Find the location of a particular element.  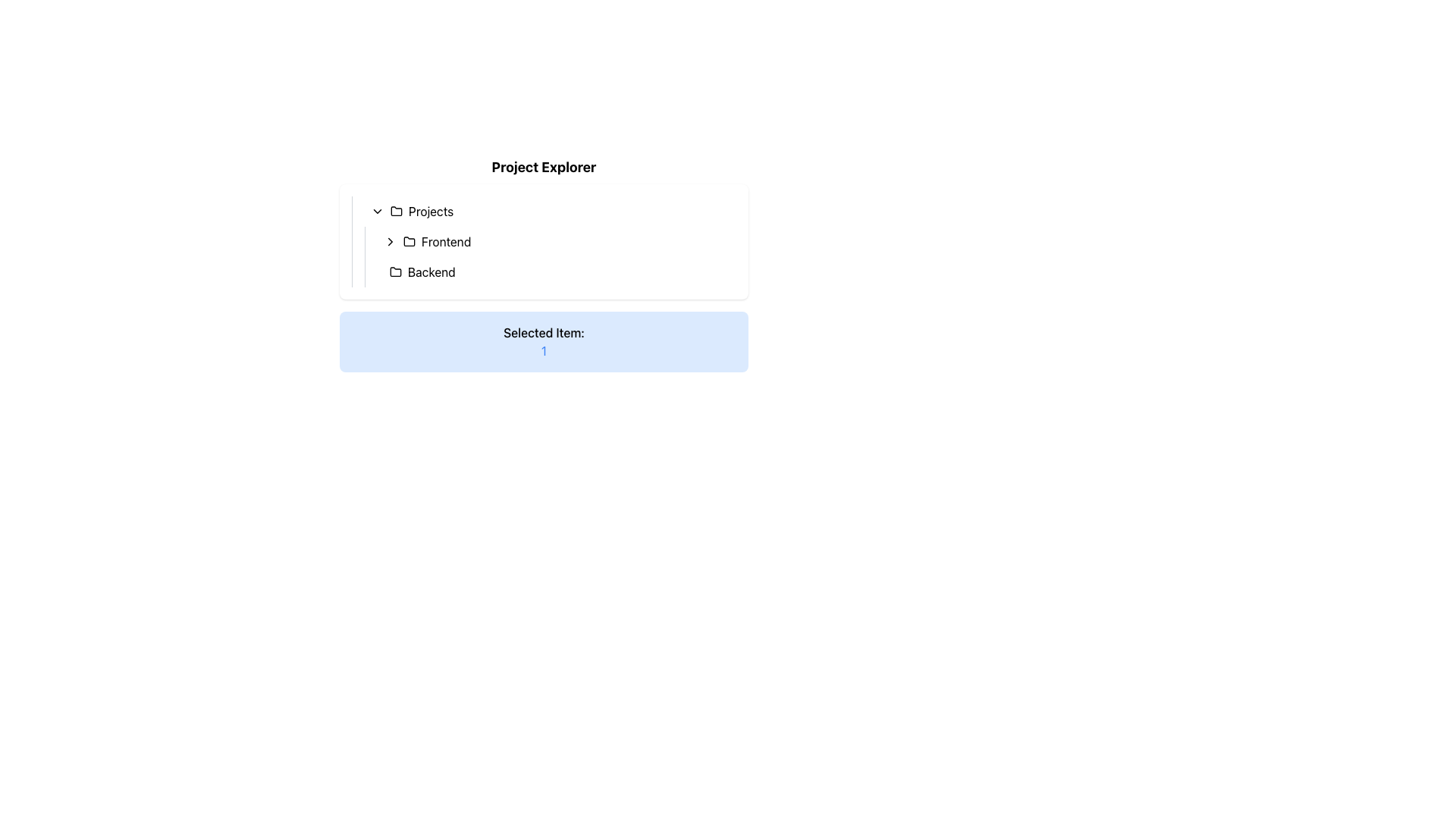

SVG icon representing the expandable action for the 'Frontend' sub-item under the 'Projects' list to view additional properties is located at coordinates (390, 241).